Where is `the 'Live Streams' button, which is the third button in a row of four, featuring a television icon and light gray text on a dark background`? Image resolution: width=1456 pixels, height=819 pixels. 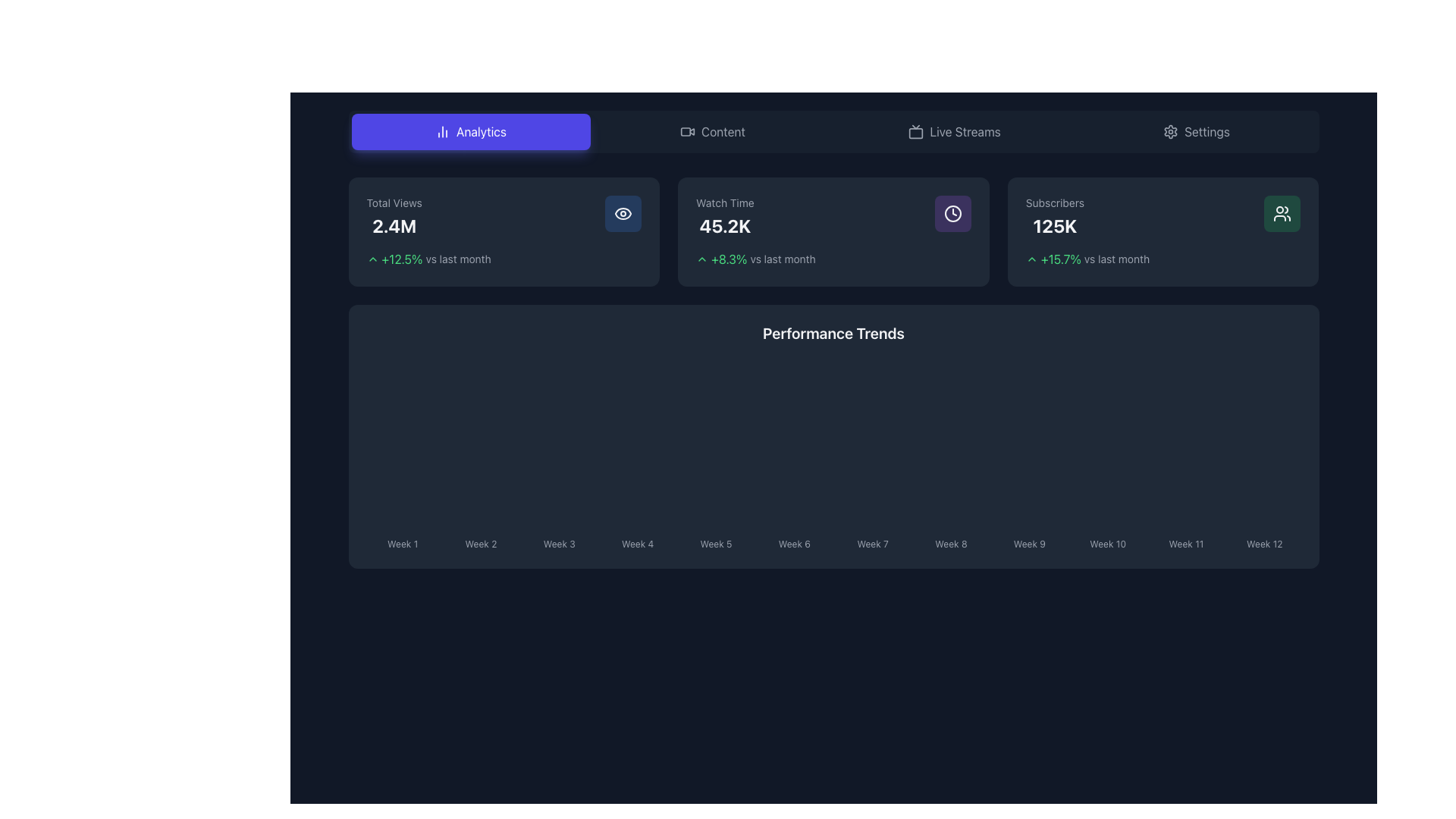
the 'Live Streams' button, which is the third button in a row of four, featuring a television icon and light gray text on a dark background is located at coordinates (953, 130).